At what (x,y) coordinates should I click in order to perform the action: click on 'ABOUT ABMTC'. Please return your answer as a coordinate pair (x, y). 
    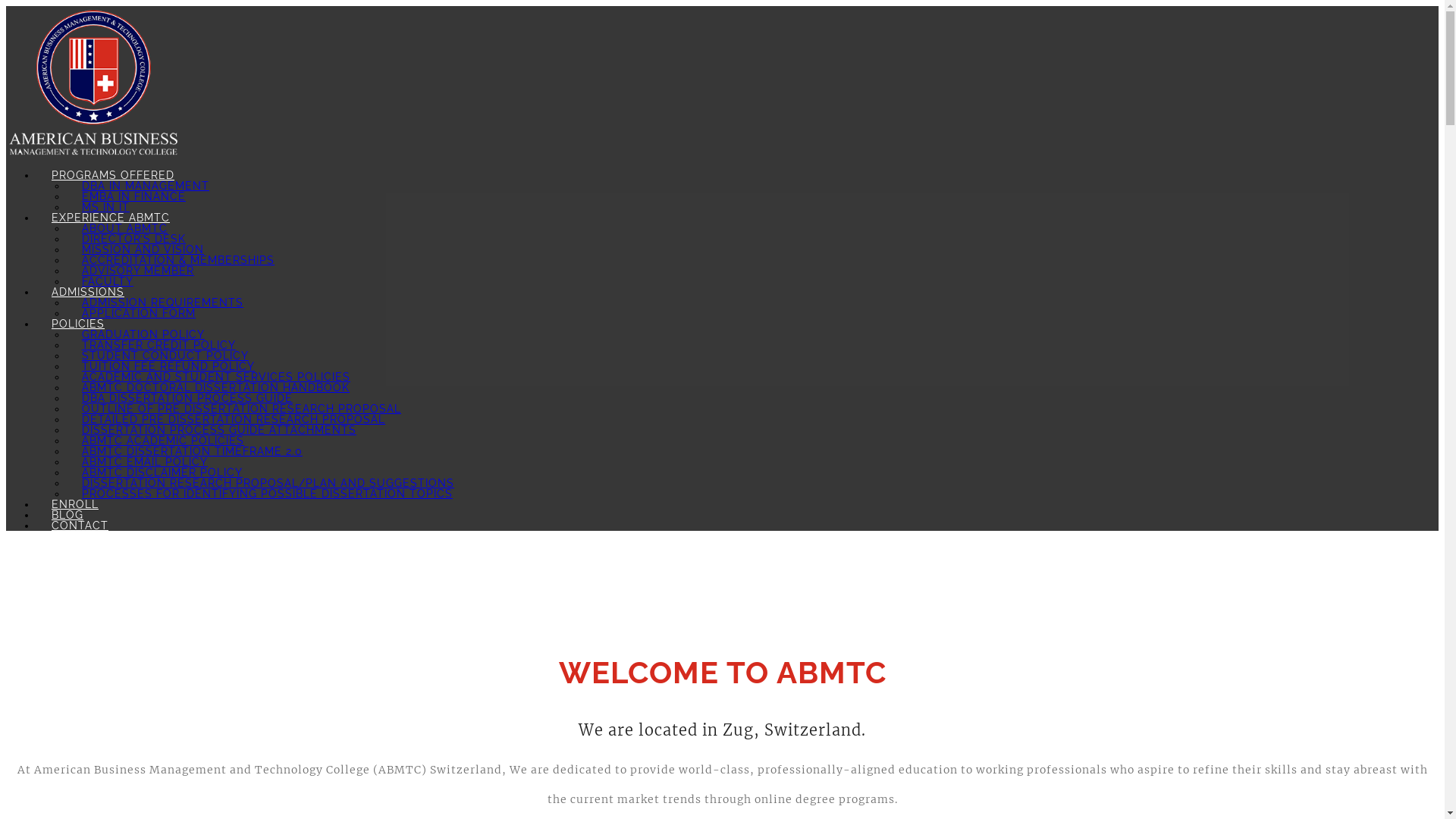
    Looking at the image, I should click on (124, 227).